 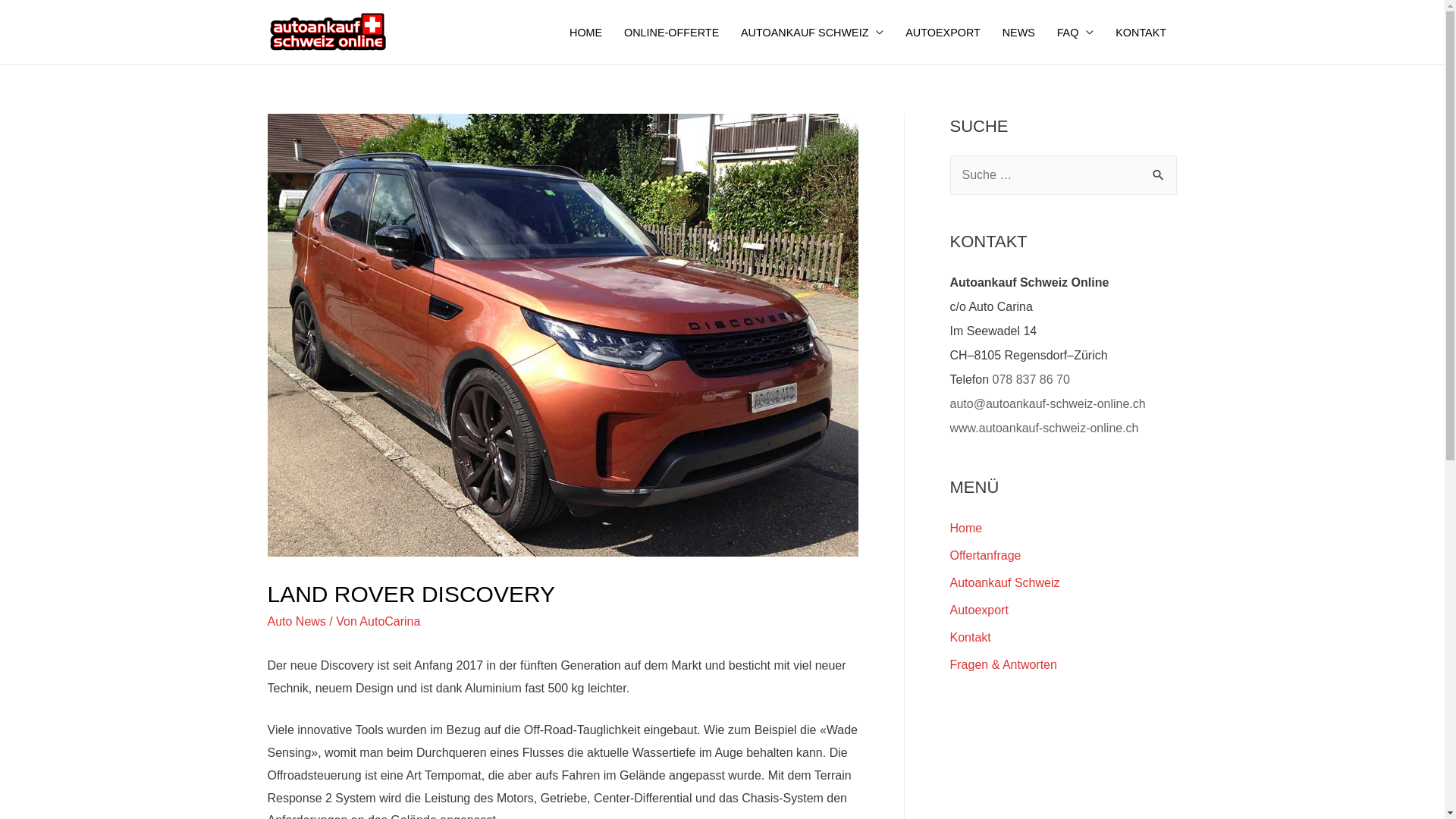 What do you see at coordinates (296, 621) in the screenshot?
I see `'Auto News'` at bounding box center [296, 621].